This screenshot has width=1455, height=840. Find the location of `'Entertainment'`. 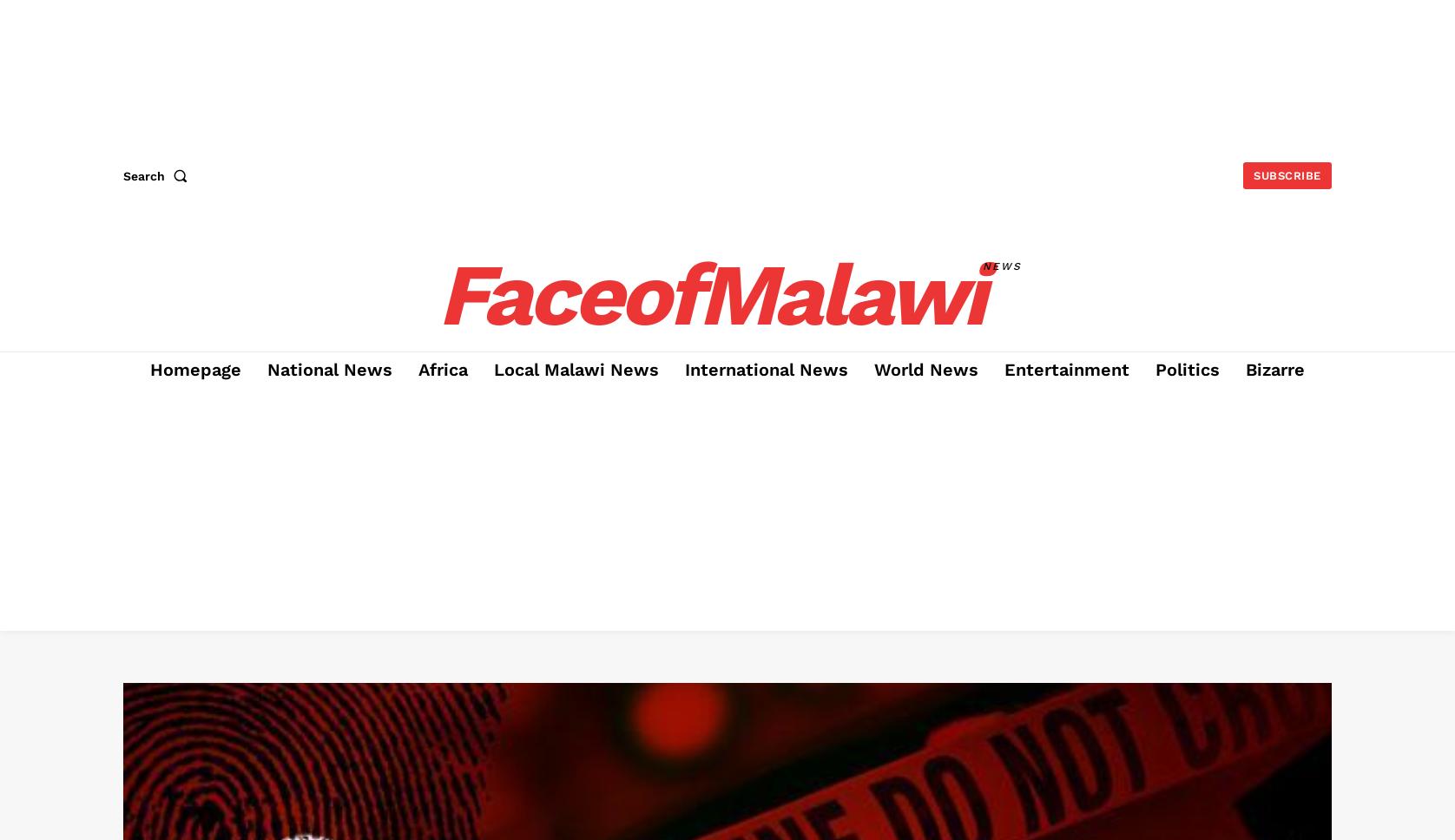

'Entertainment' is located at coordinates (1003, 370).